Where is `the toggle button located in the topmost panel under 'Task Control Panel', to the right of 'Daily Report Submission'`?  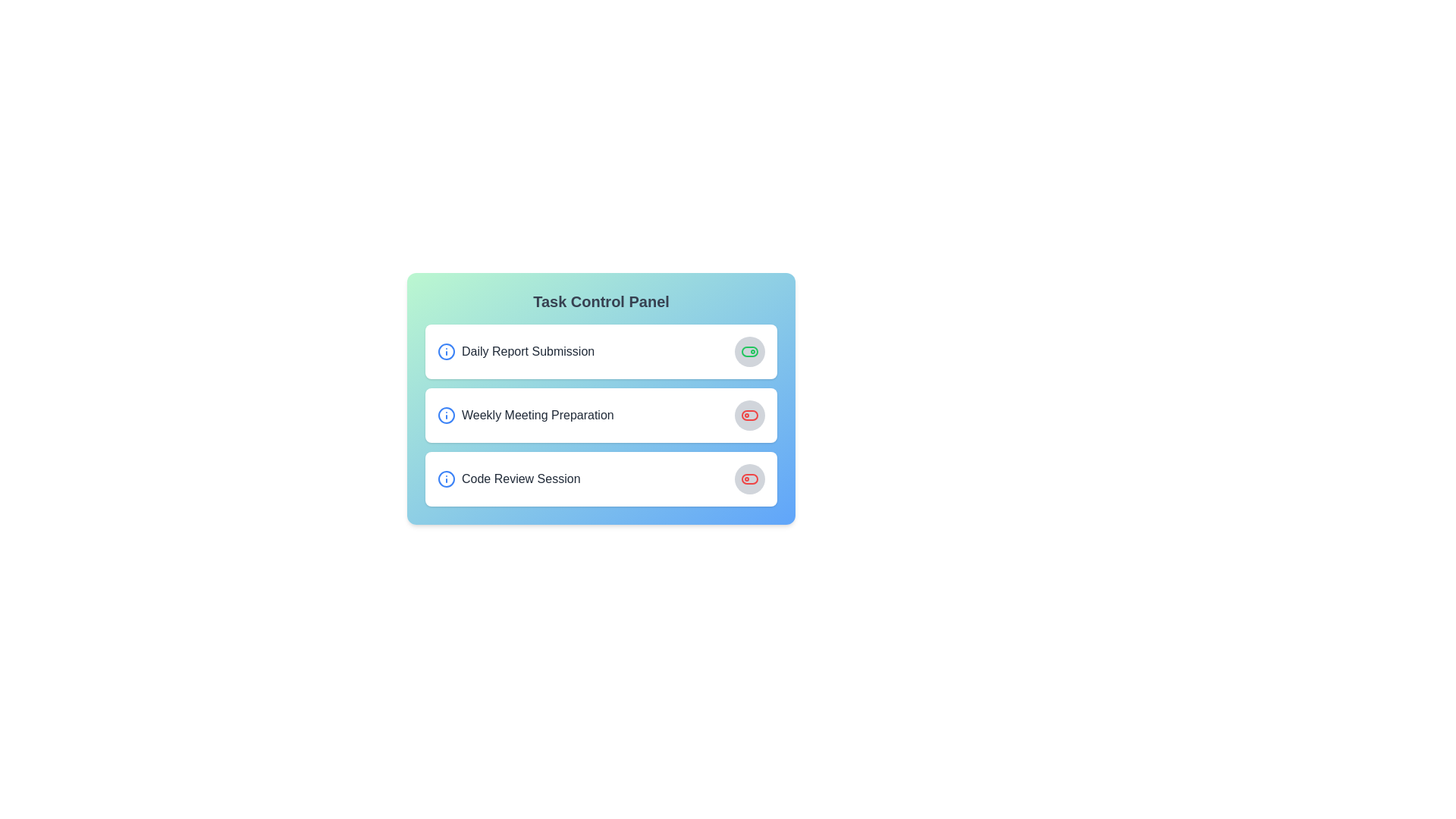
the toggle button located in the topmost panel under 'Task Control Panel', to the right of 'Daily Report Submission' is located at coordinates (749, 351).